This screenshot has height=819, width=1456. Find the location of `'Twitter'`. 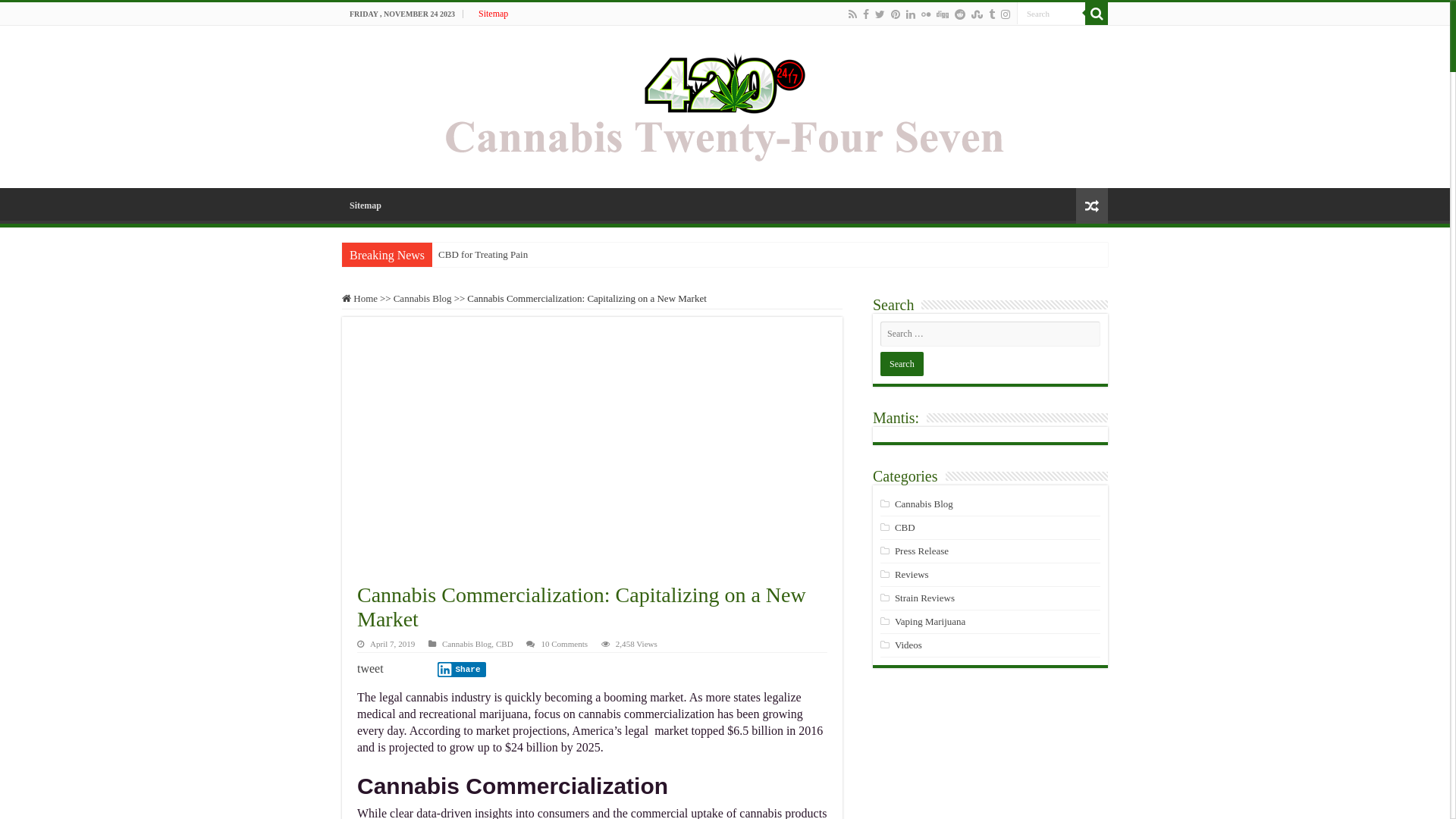

'Twitter' is located at coordinates (874, 14).